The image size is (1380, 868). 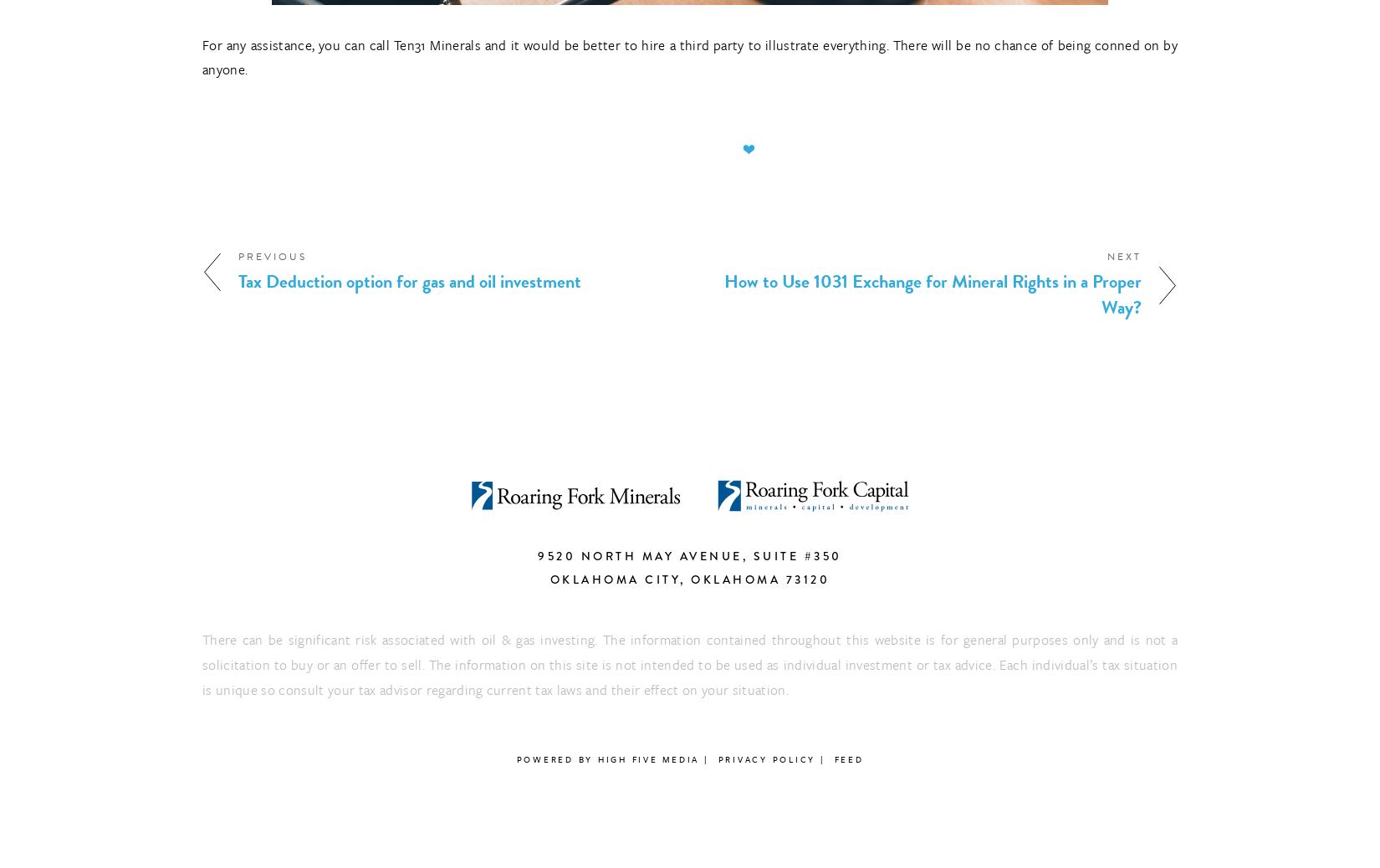 I want to click on 'How to Use 1031 Exchange for Mineral Rights in a Proper Way?', so click(x=933, y=294).